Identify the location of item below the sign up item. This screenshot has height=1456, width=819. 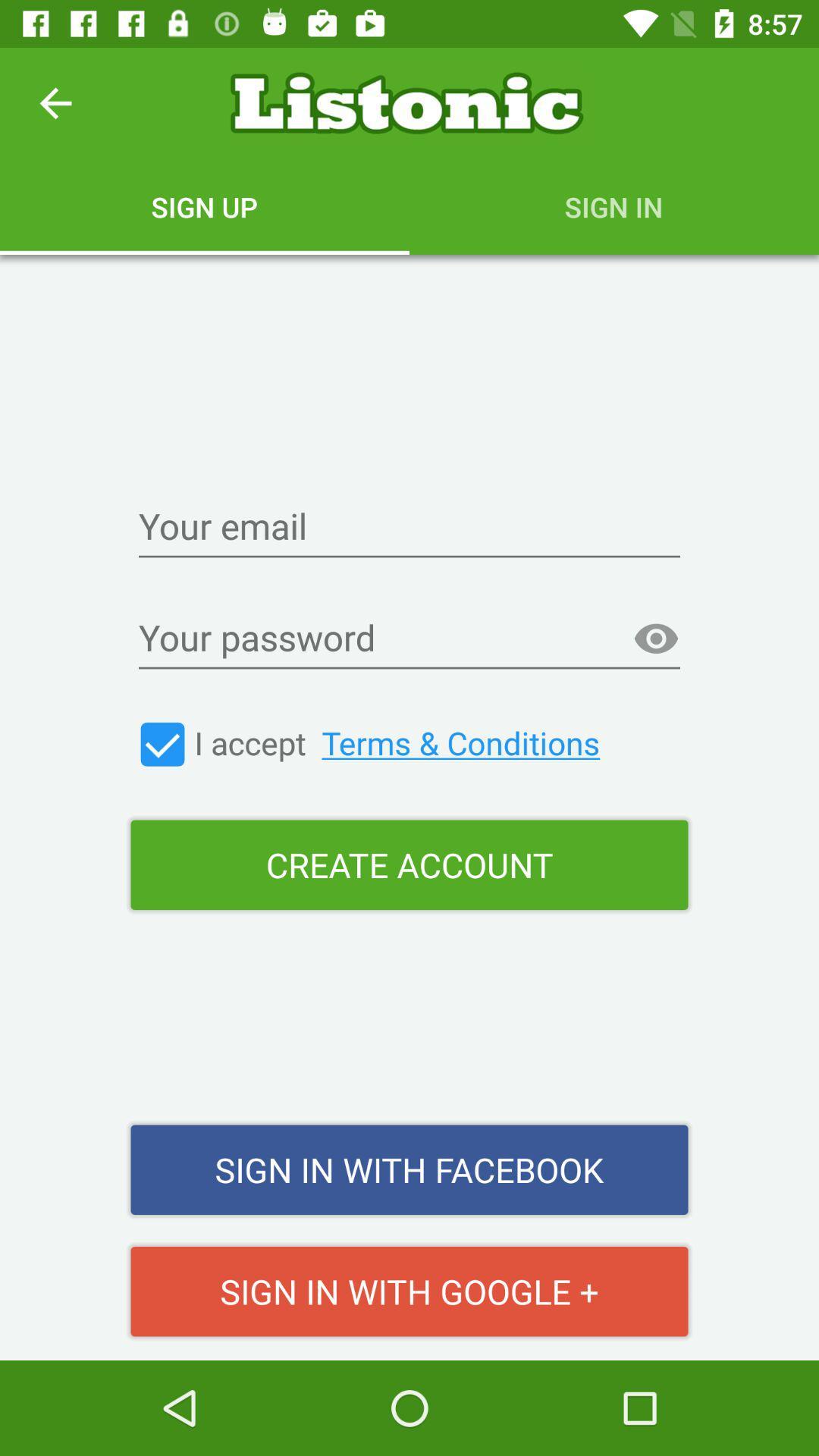
(409, 528).